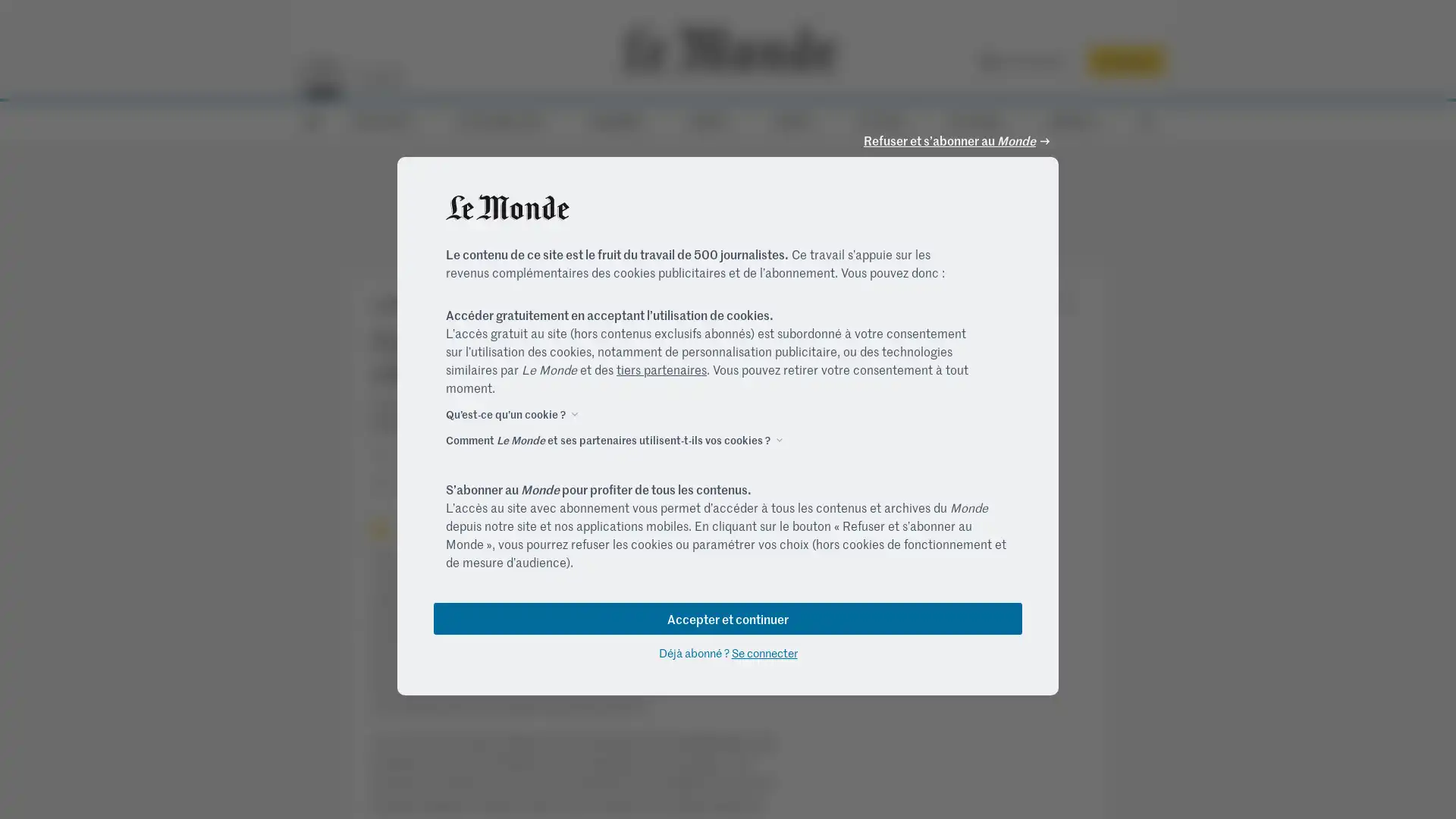 The width and height of the screenshot is (1456, 819). Describe the element at coordinates (1146, 121) in the screenshot. I see `RECHERCHE` at that location.